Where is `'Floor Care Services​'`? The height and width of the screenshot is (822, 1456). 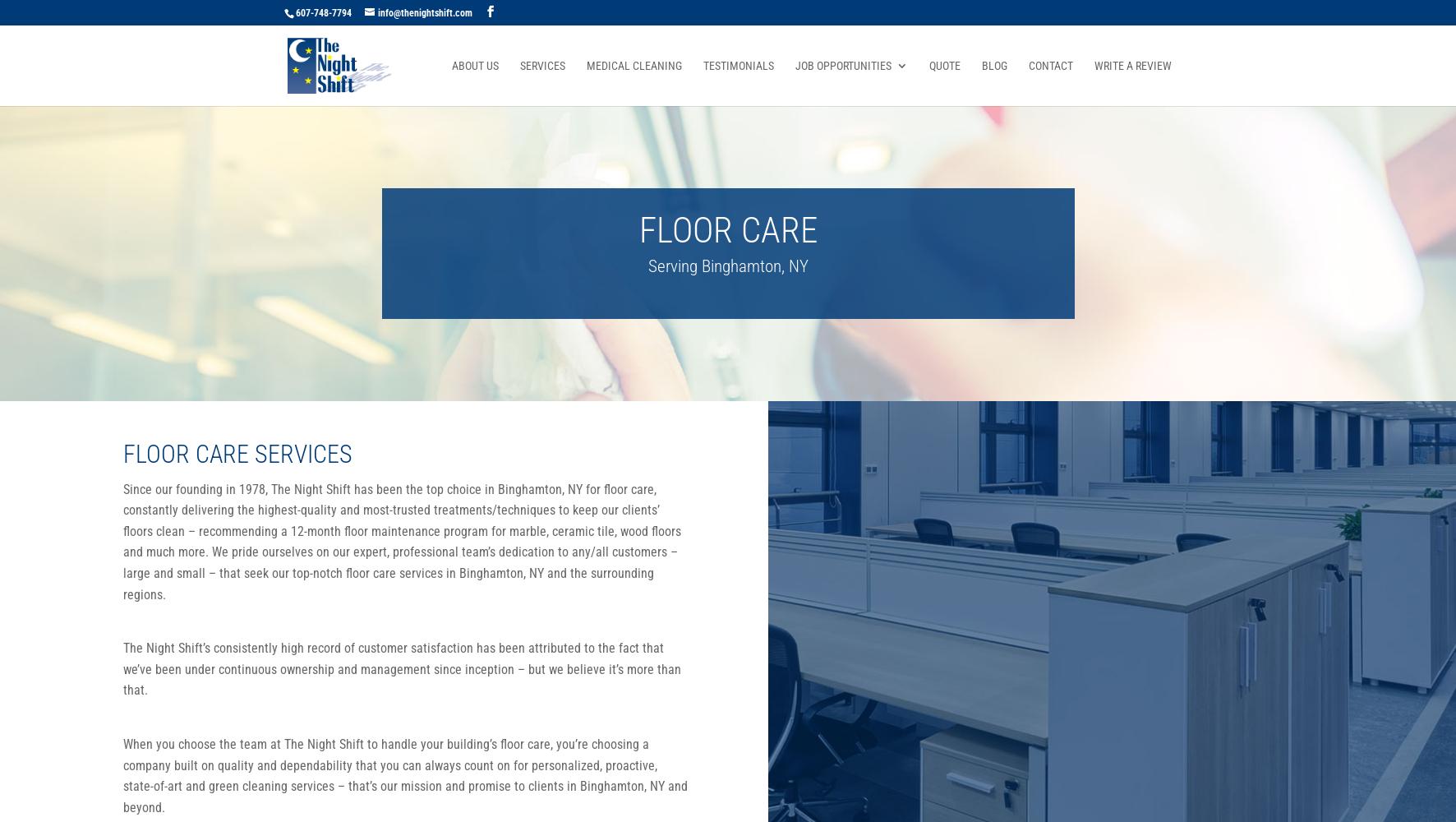
'Floor Care Services​' is located at coordinates (237, 453).